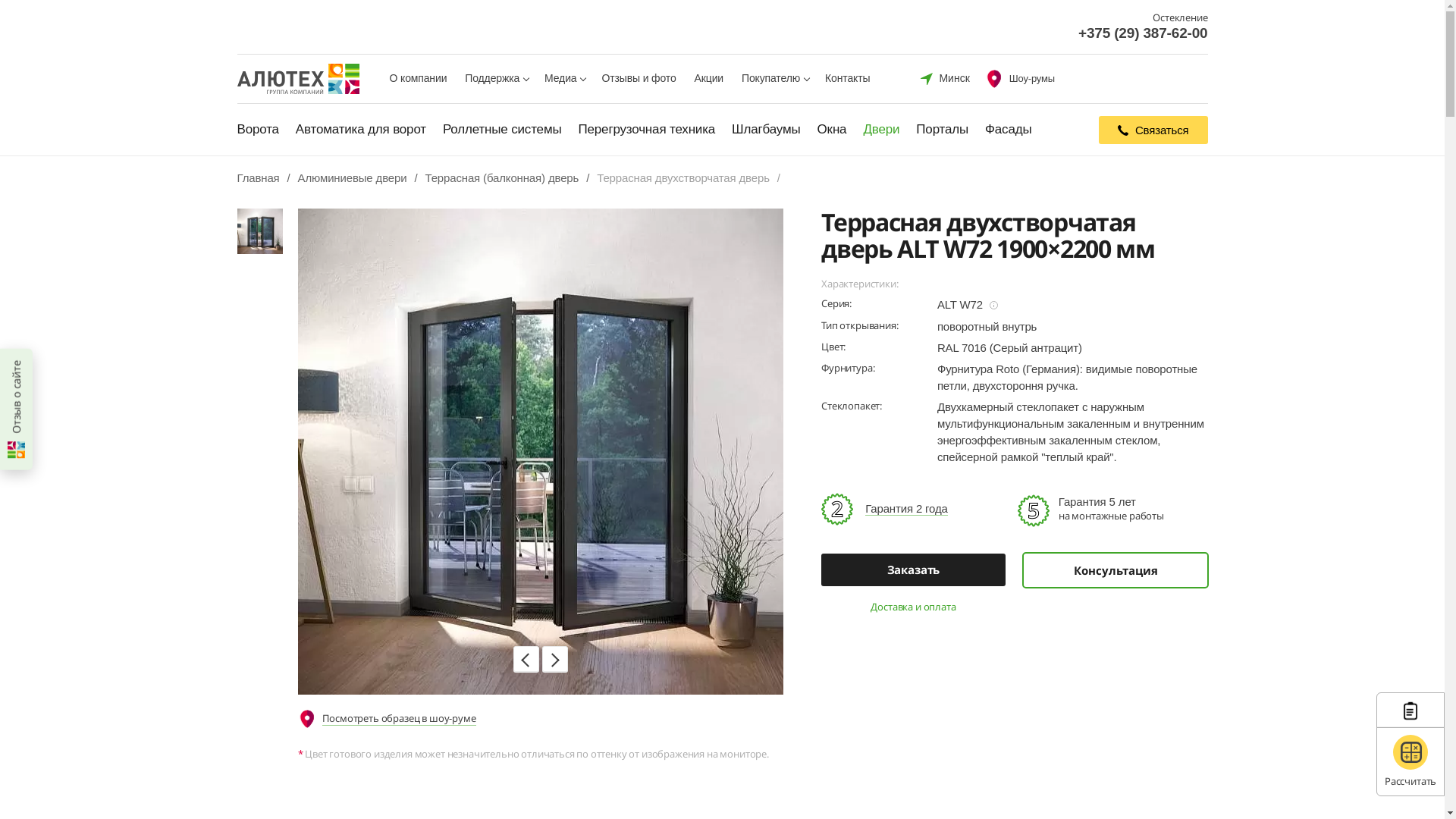  I want to click on '+375 (29) 387-62-00', so click(1143, 33).